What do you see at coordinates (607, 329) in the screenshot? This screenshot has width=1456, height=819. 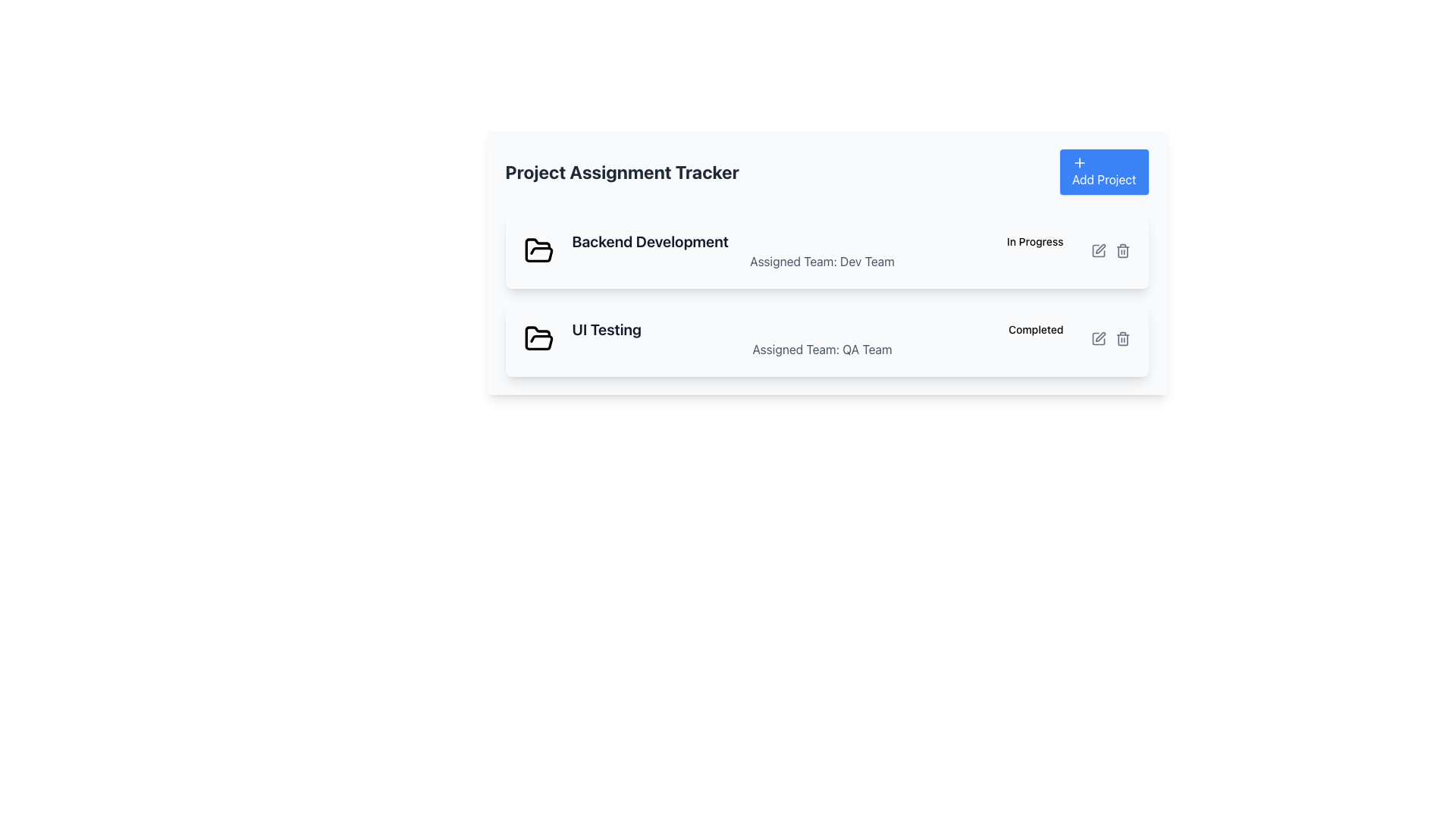 I see `the static text element that serves as a descriptive label for a project or task, located in the second row and aligned` at bounding box center [607, 329].